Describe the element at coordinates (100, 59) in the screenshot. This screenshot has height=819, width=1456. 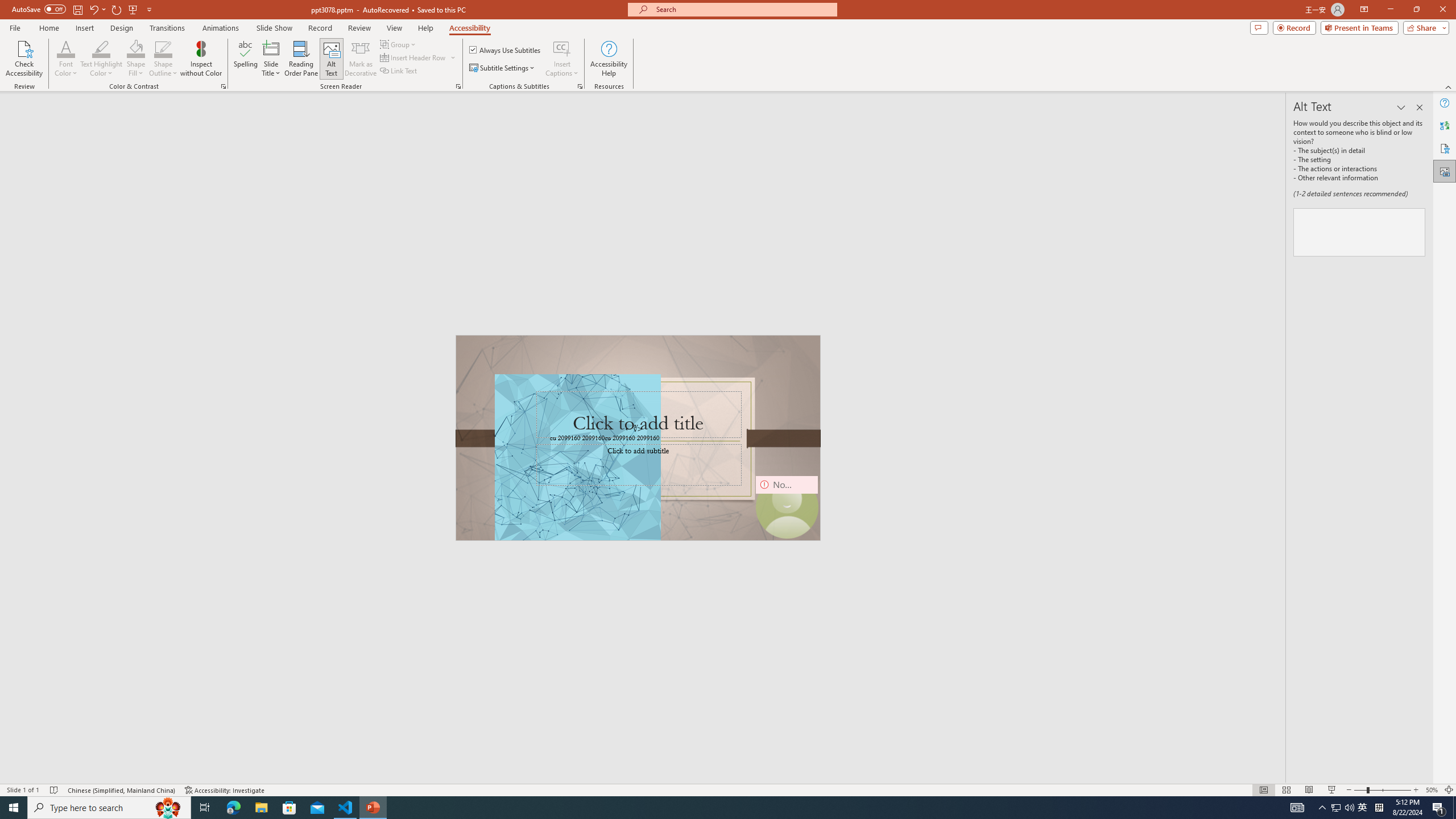
I see `'Text Highlight Color'` at that location.